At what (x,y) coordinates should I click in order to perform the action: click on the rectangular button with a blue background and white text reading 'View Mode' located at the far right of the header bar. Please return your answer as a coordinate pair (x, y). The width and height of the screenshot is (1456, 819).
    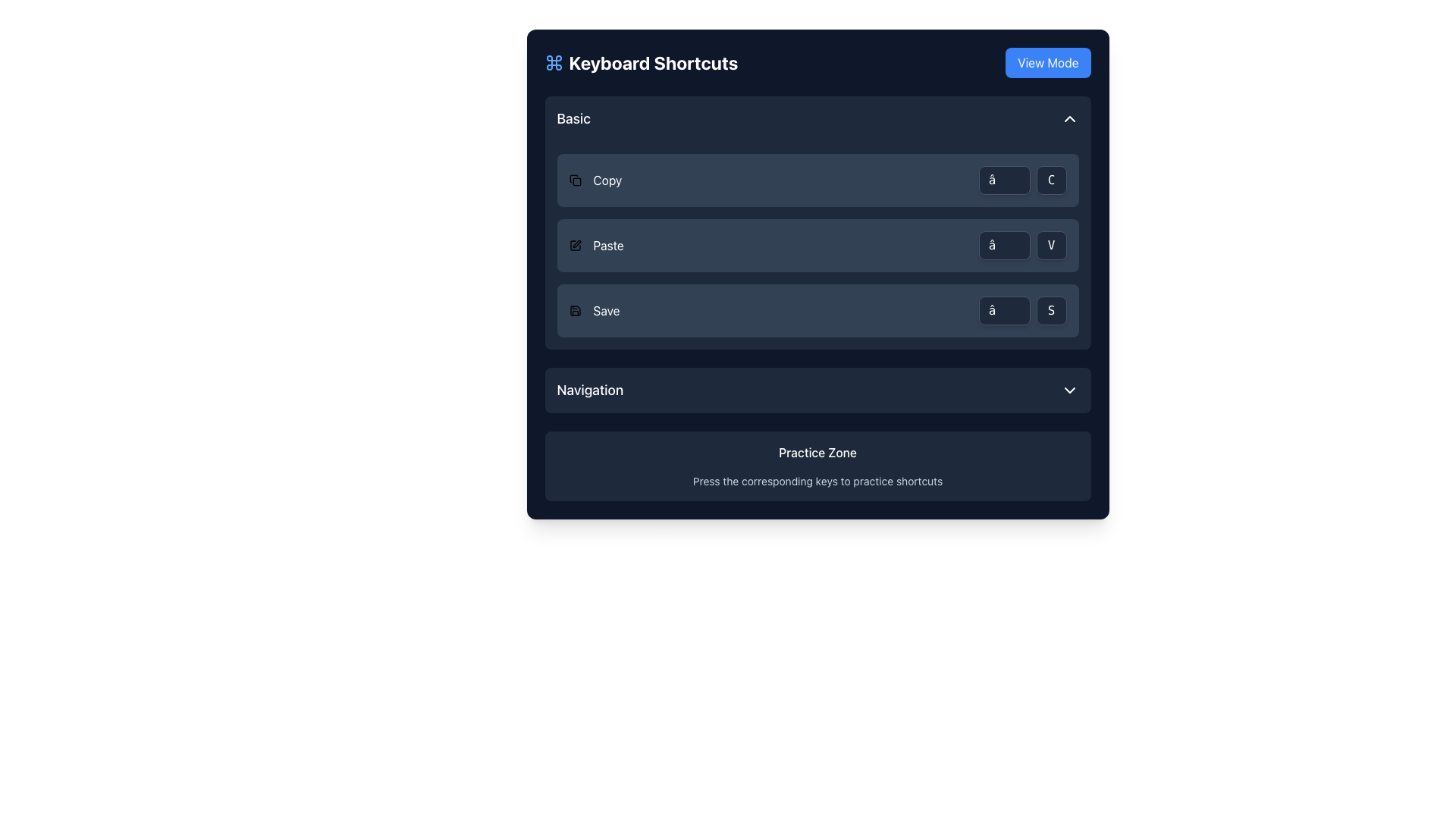
    Looking at the image, I should click on (1047, 62).